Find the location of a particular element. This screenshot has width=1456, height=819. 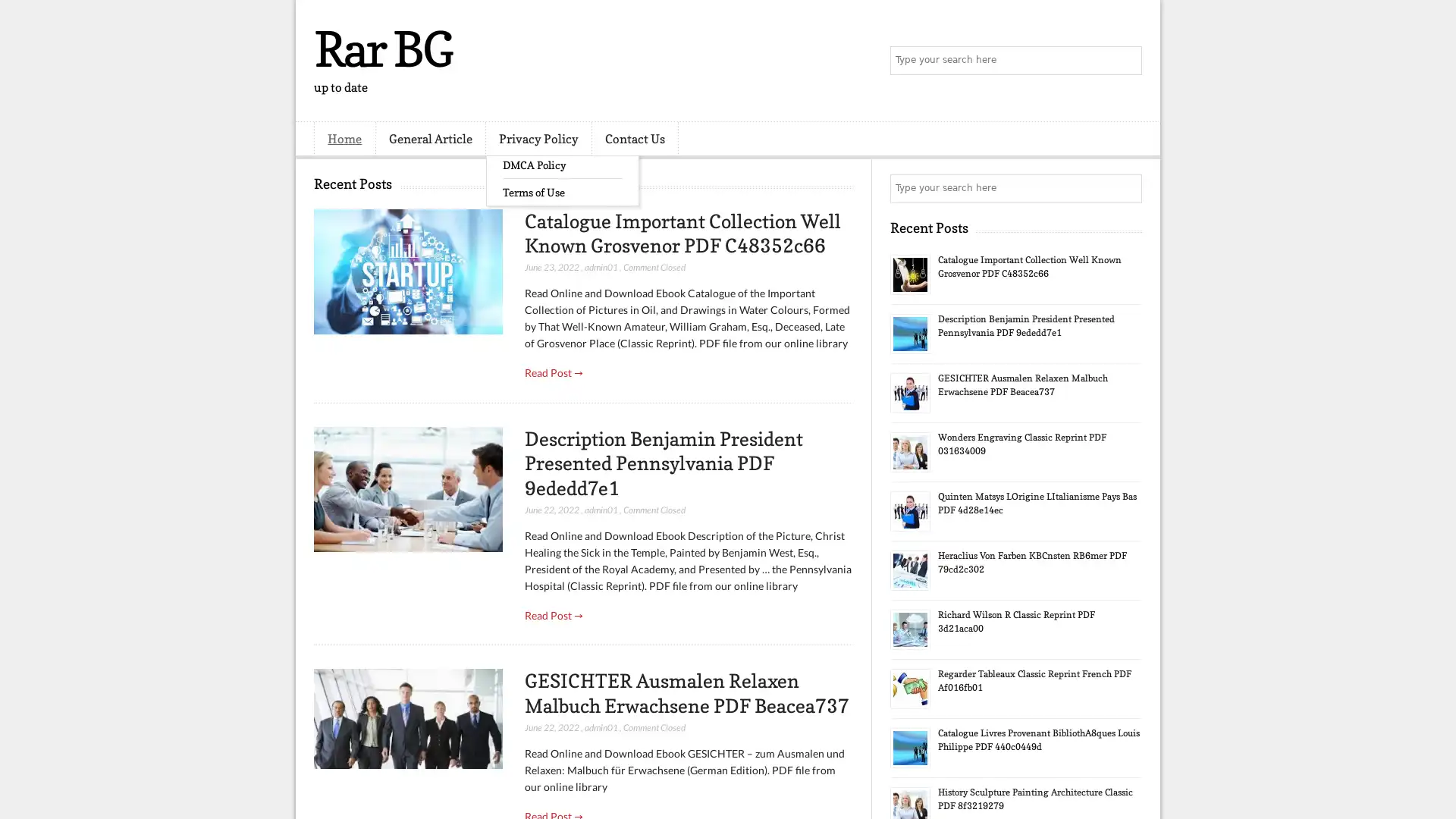

Search is located at coordinates (1126, 61).